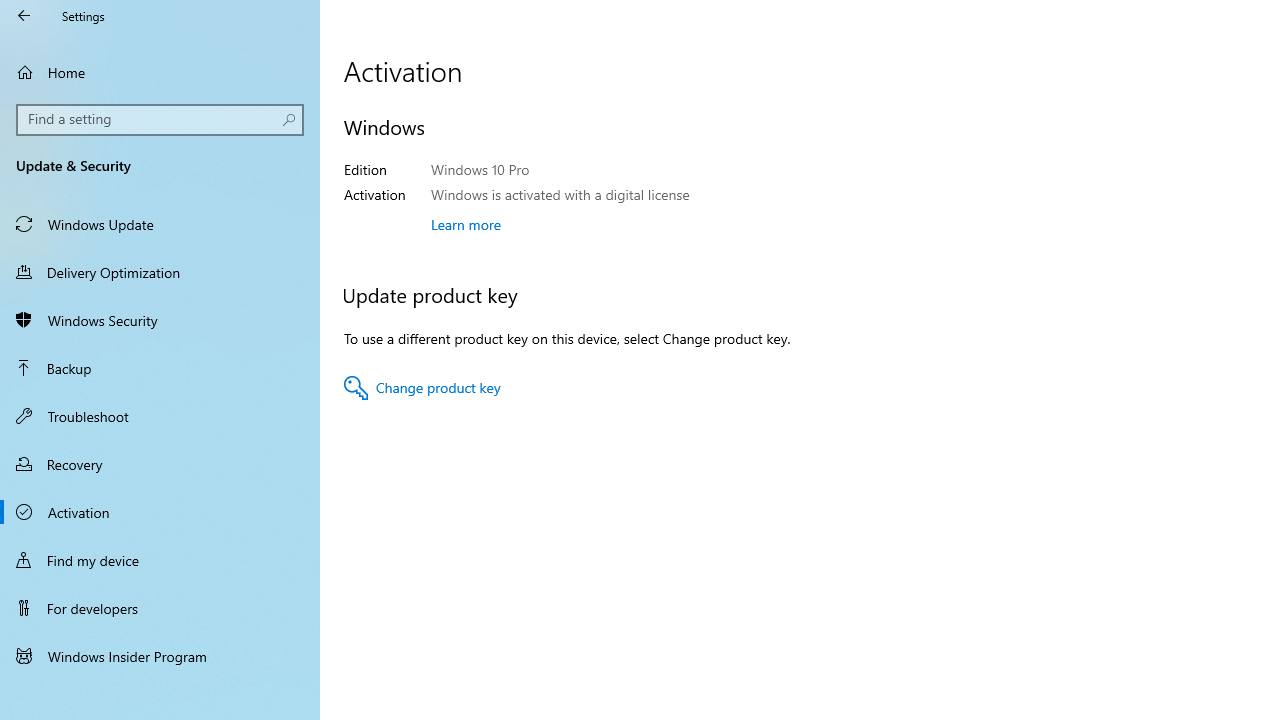  Describe the element at coordinates (160, 319) in the screenshot. I see `'Windows Security'` at that location.